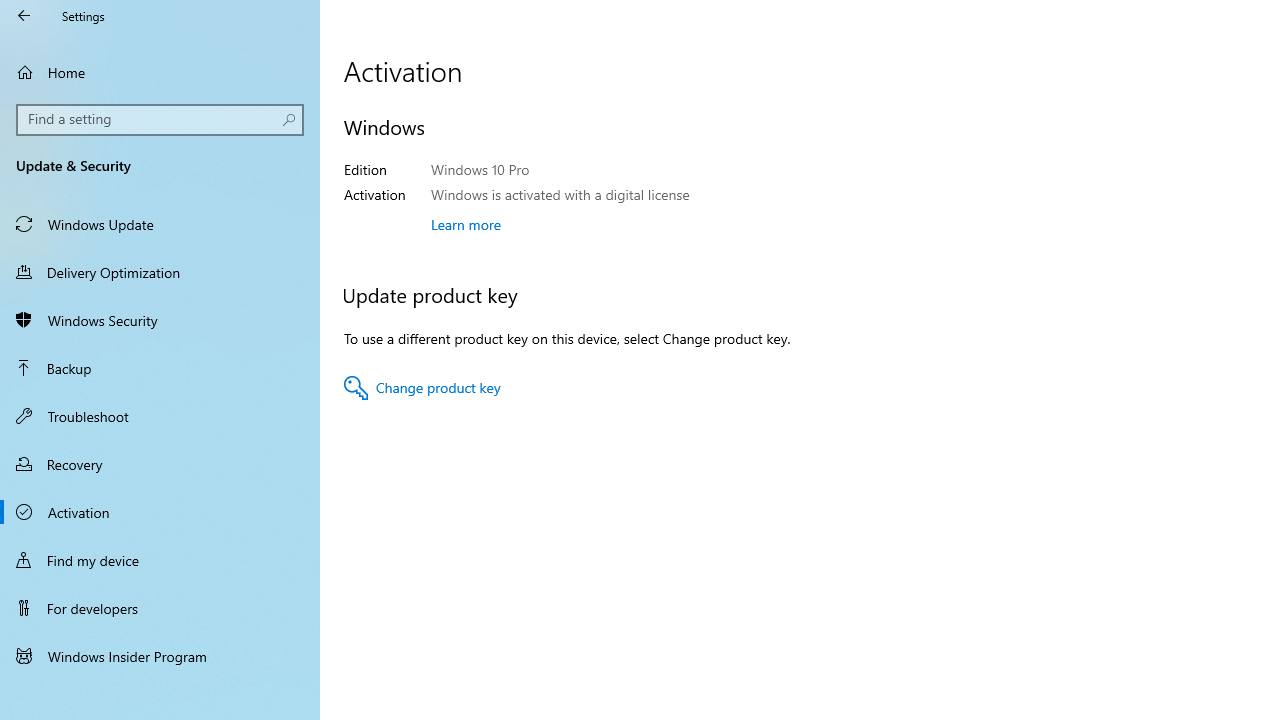  Describe the element at coordinates (160, 319) in the screenshot. I see `'Windows Security'` at that location.